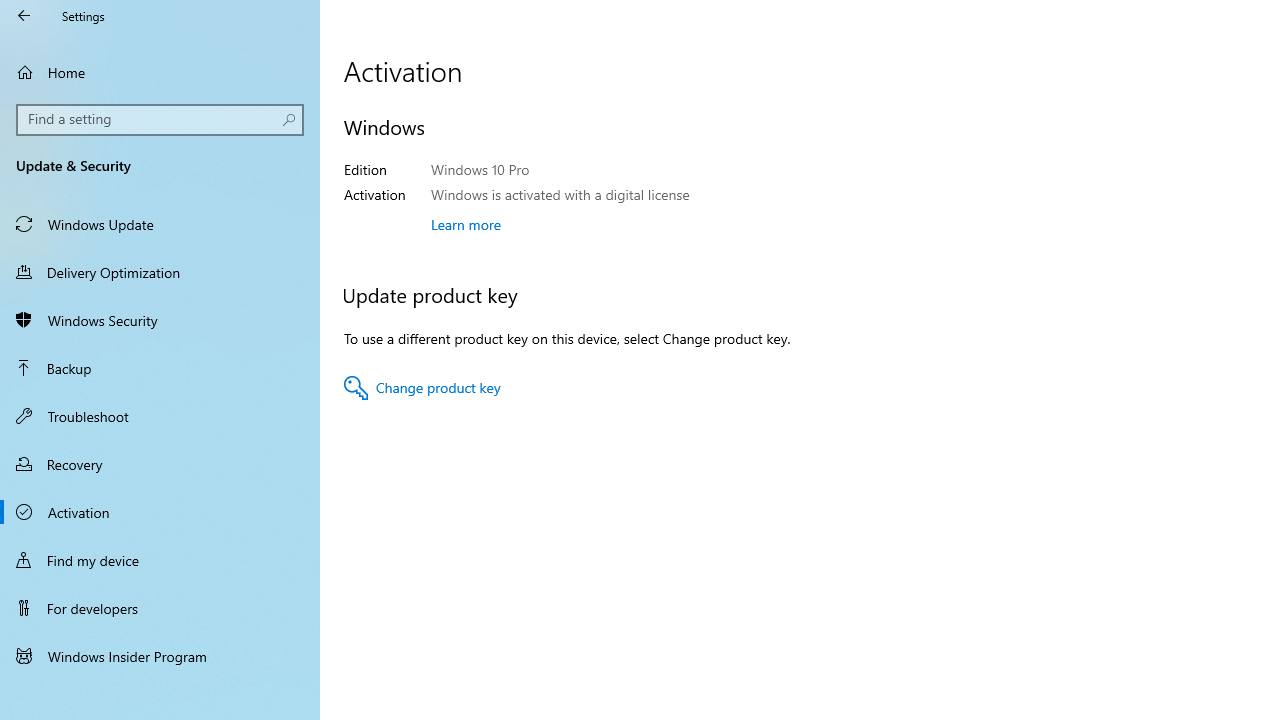  Describe the element at coordinates (160, 319) in the screenshot. I see `'Windows Security'` at that location.